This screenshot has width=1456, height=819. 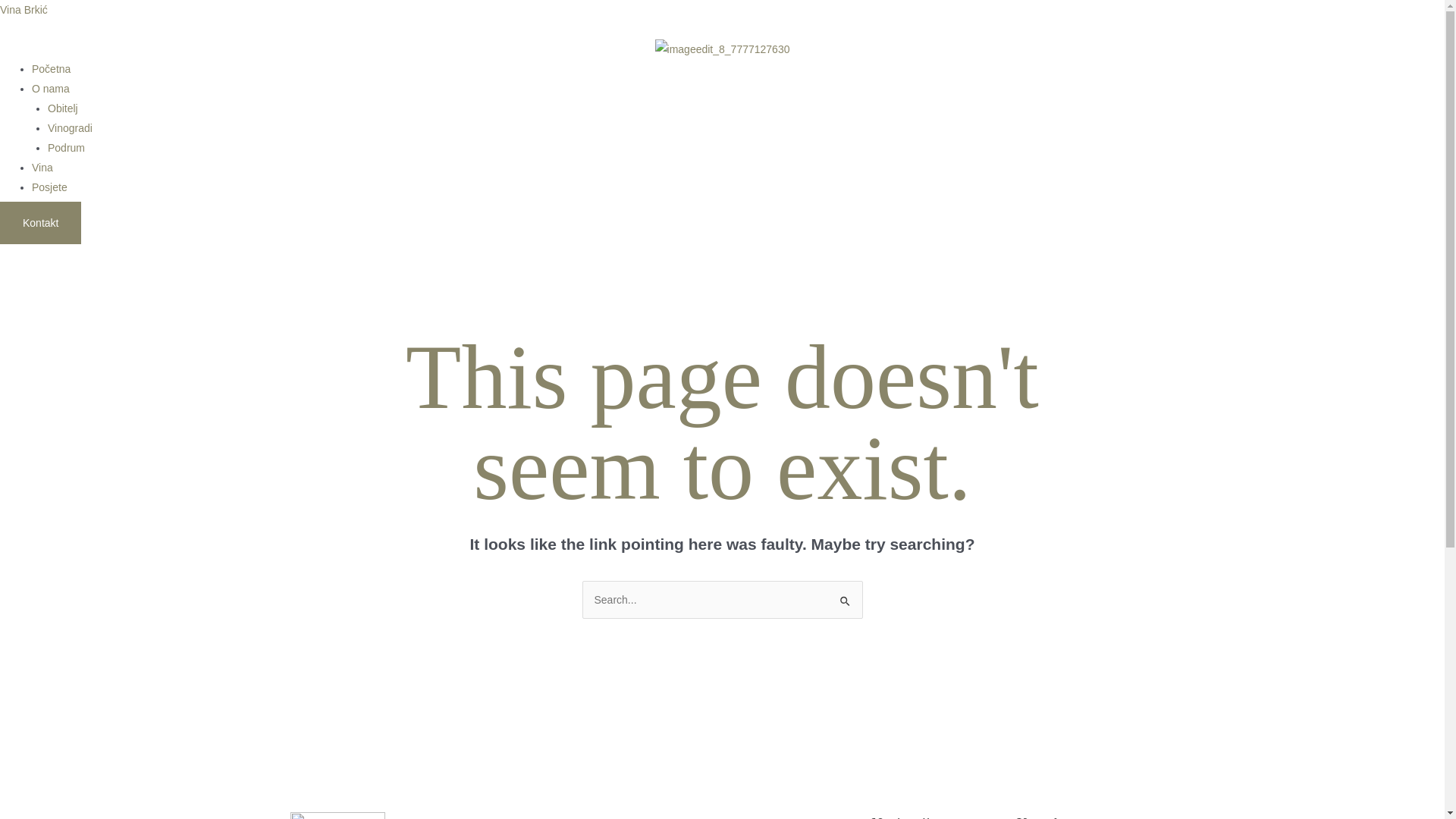 What do you see at coordinates (49, 186) in the screenshot?
I see `'Posjete'` at bounding box center [49, 186].